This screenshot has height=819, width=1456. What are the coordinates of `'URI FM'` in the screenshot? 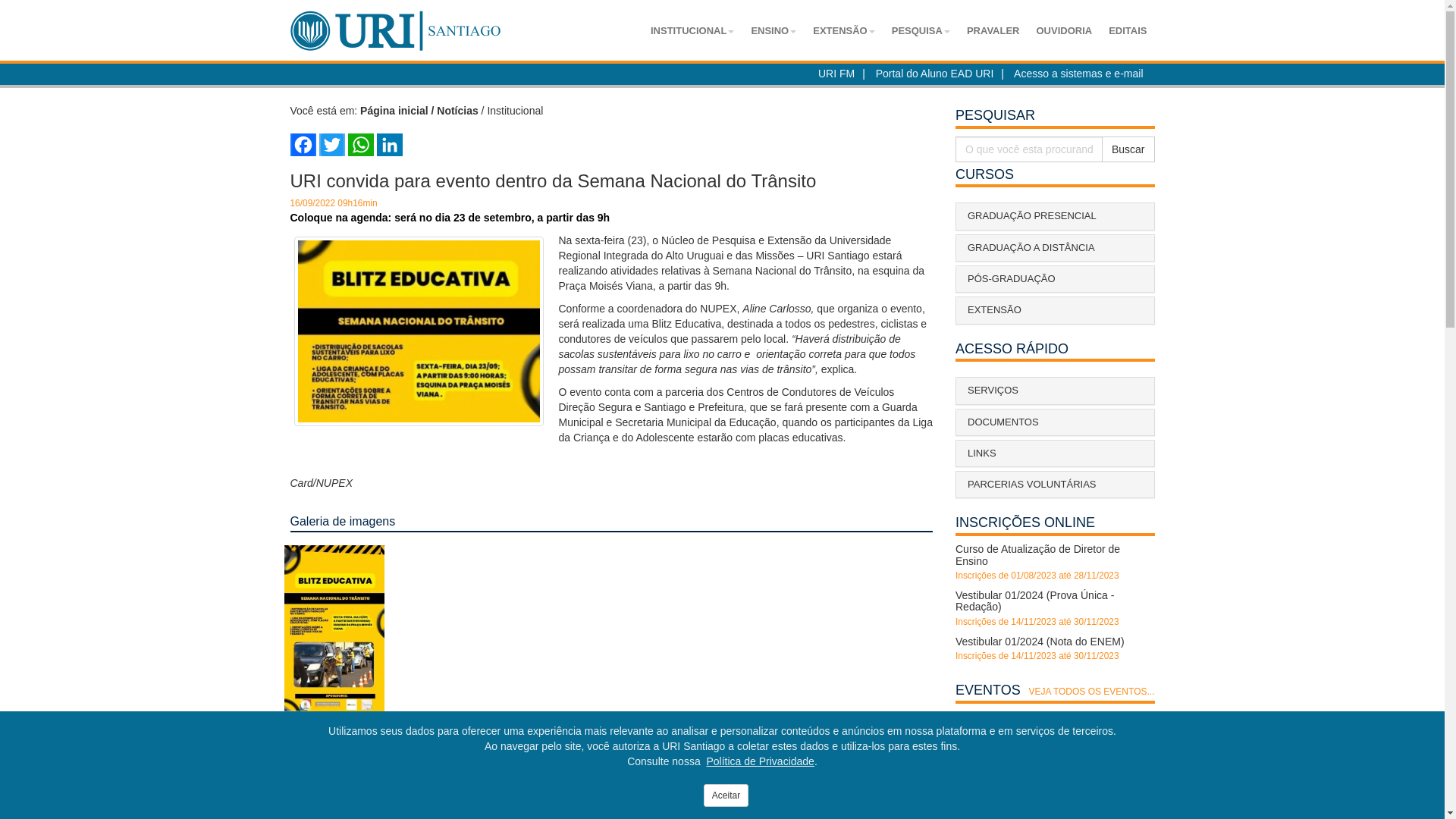 It's located at (836, 73).